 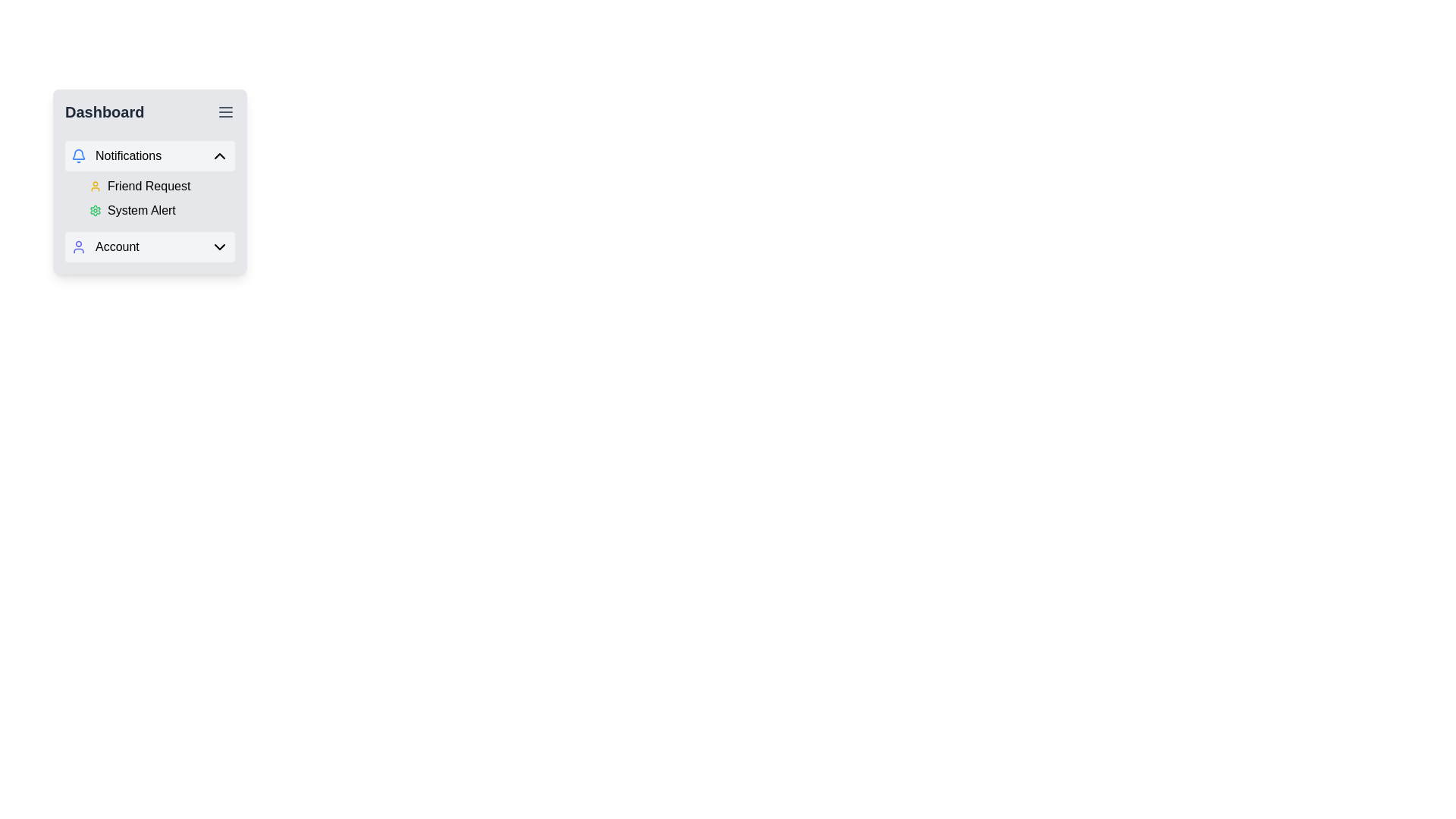 I want to click on the List group containing 'Friend Request' and 'System Alert' items in the Notifications section of the dashboard, so click(x=149, y=198).